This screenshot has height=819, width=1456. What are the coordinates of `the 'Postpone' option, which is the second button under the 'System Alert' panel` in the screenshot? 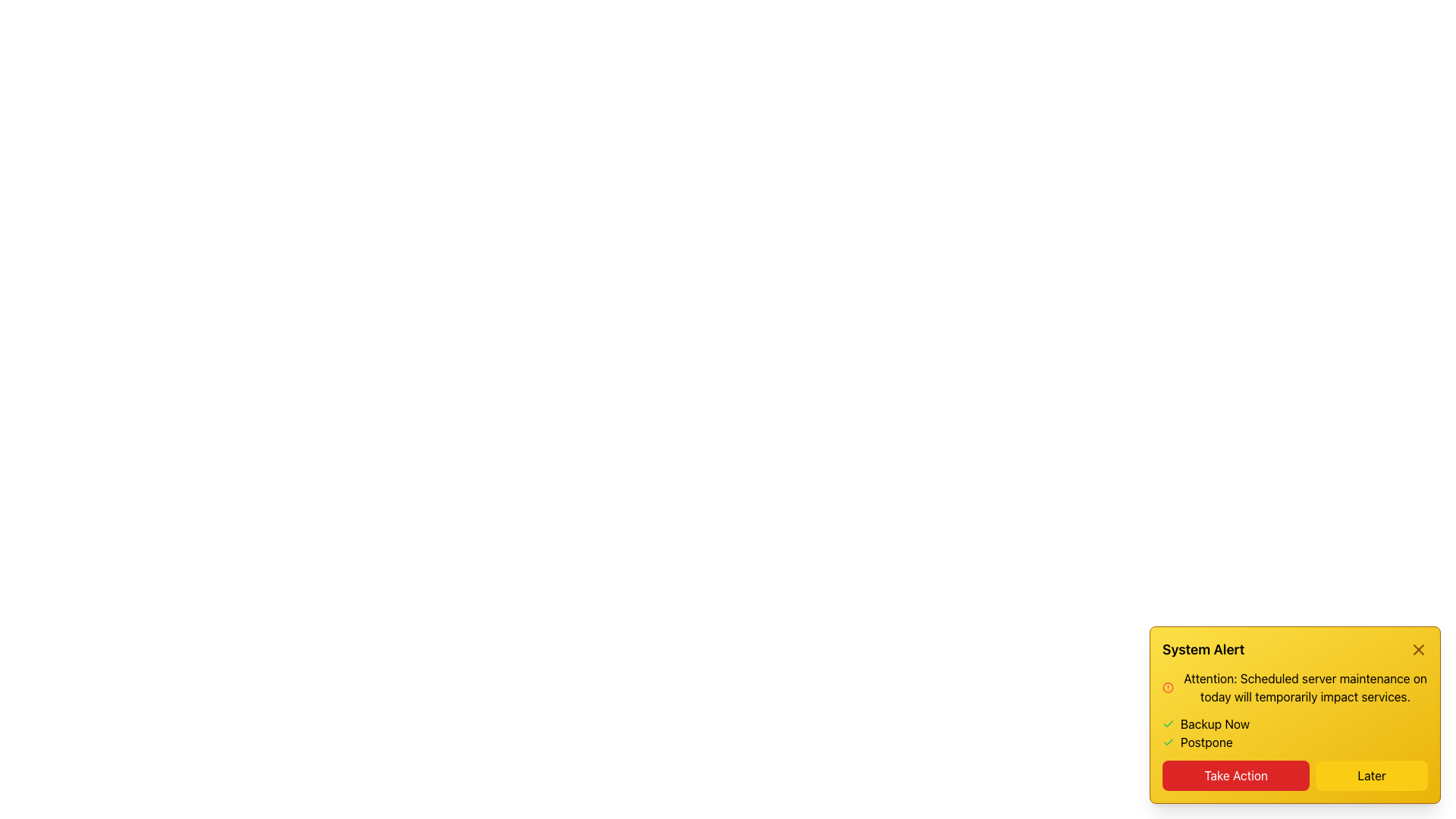 It's located at (1294, 742).